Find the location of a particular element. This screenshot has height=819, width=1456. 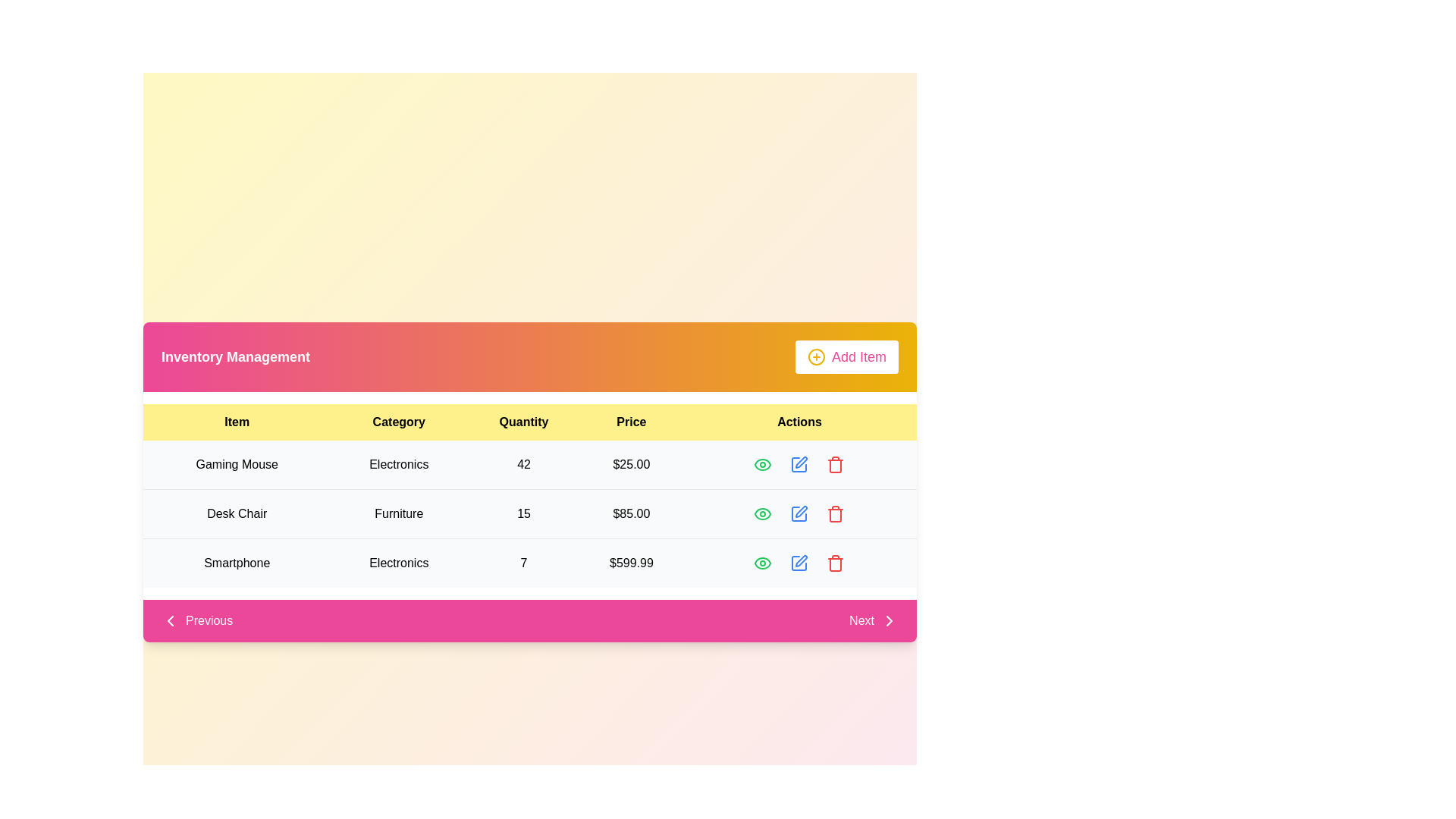

header text of the Table Header Row, which is visually characterized by a yellow background and contains the titles: 'Item', 'Category', 'Quantity', 'Price', and 'Actions' is located at coordinates (530, 422).